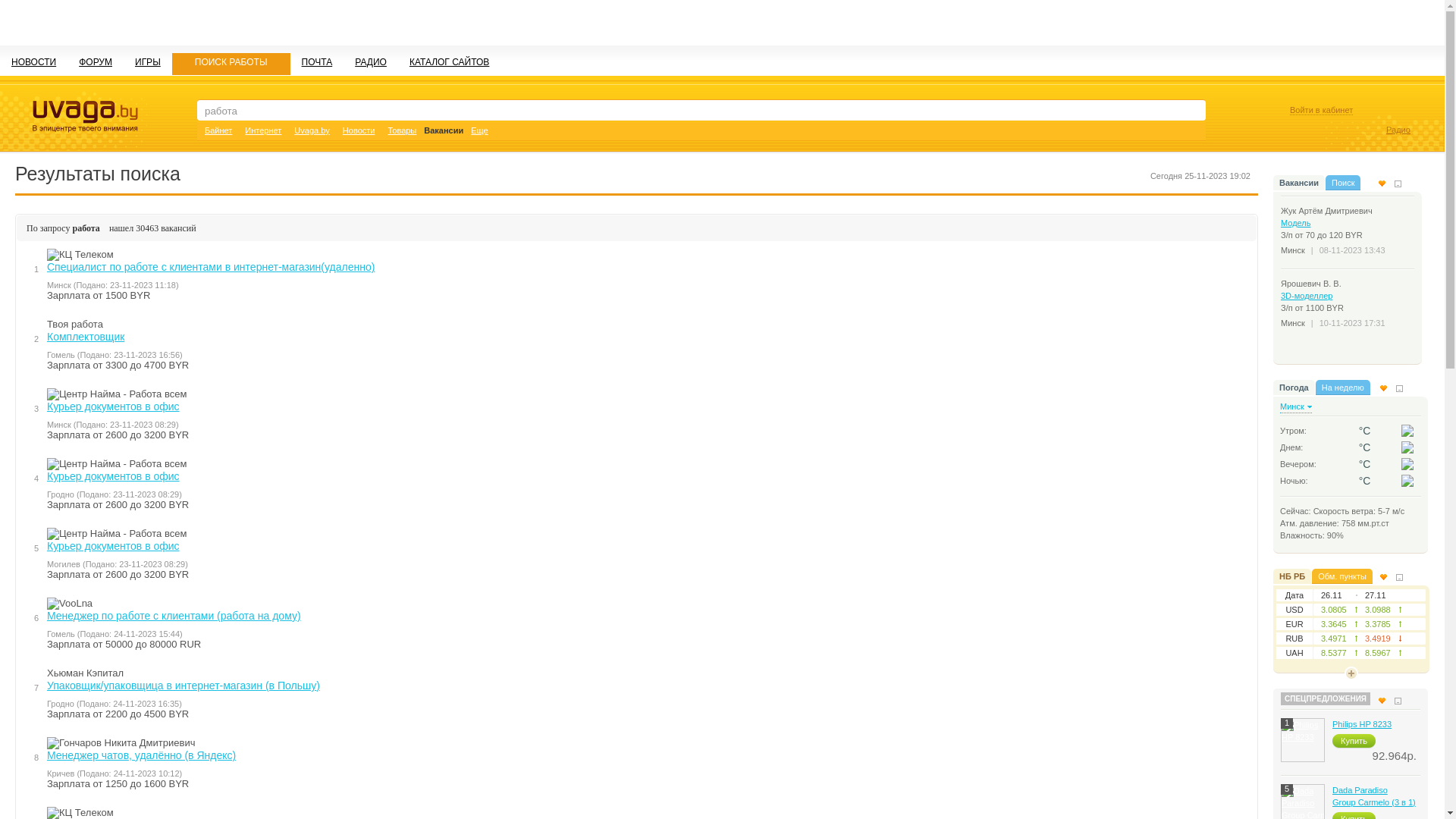  What do you see at coordinates (1407, 480) in the screenshot?
I see `' '` at bounding box center [1407, 480].